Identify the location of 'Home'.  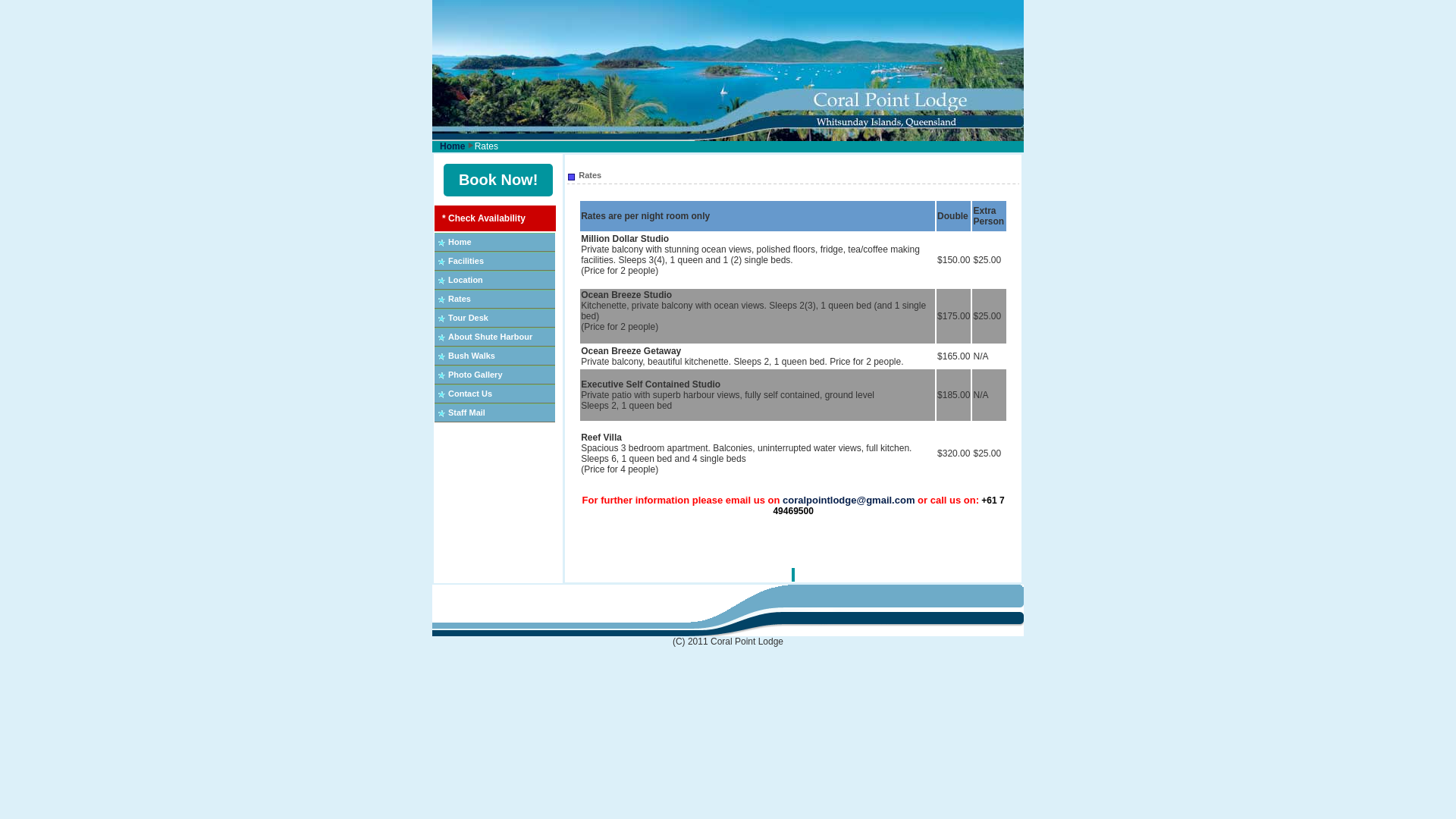
(451, 146).